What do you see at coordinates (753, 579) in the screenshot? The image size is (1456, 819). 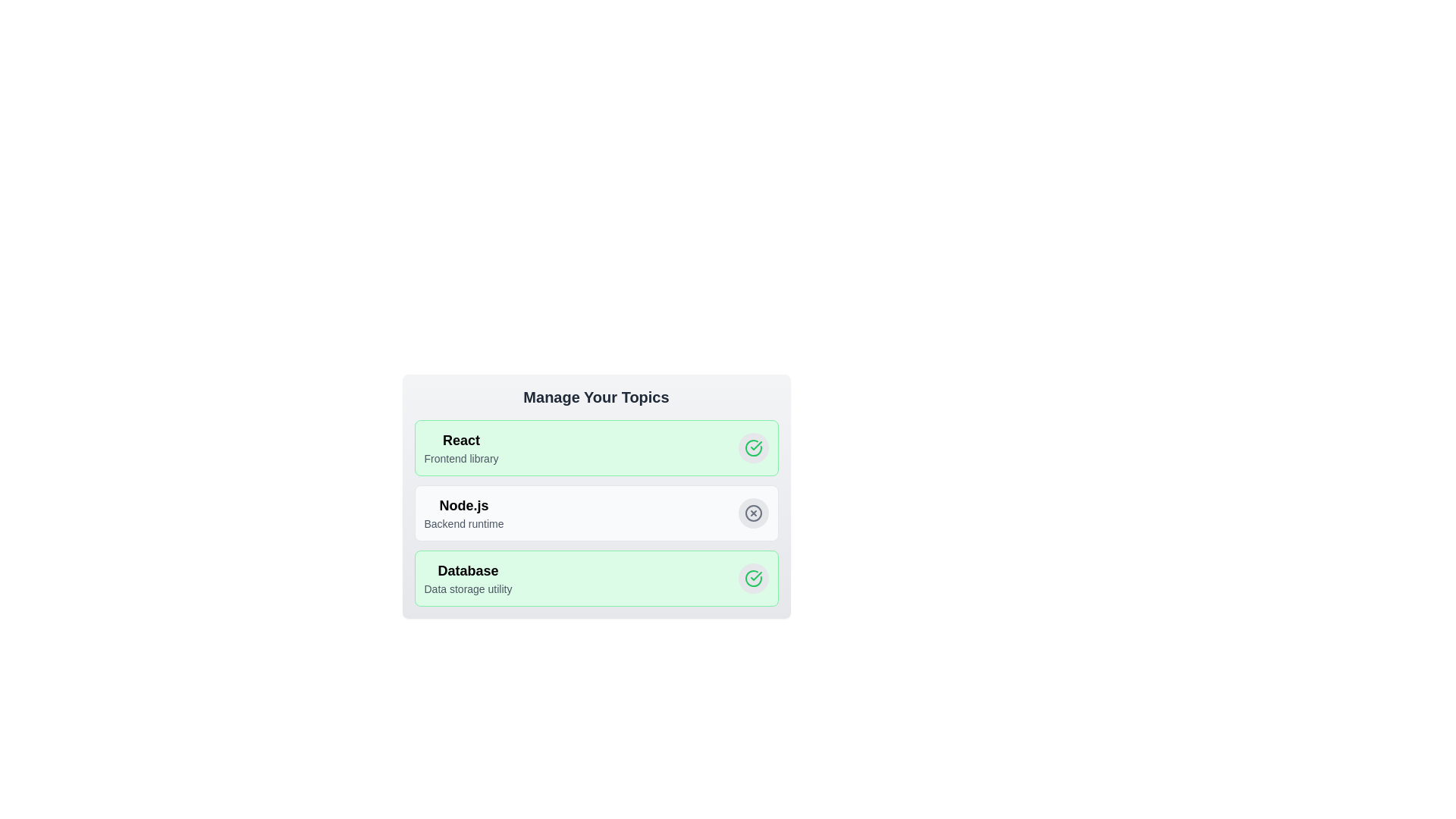 I see `the tag labeled Database` at bounding box center [753, 579].